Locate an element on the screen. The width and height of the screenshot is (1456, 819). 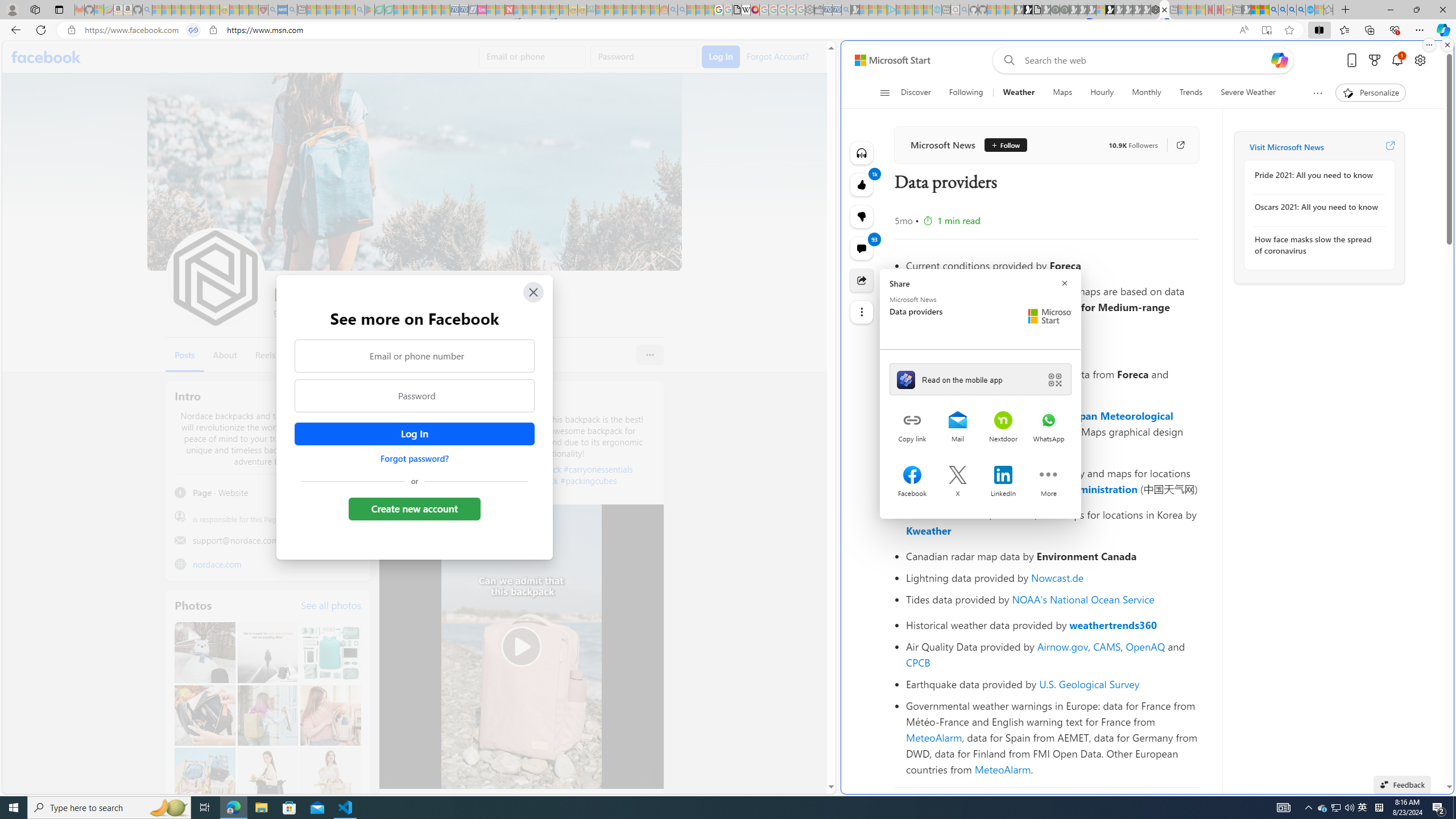
'MSN - Sleeping' is located at coordinates (1246, 9).